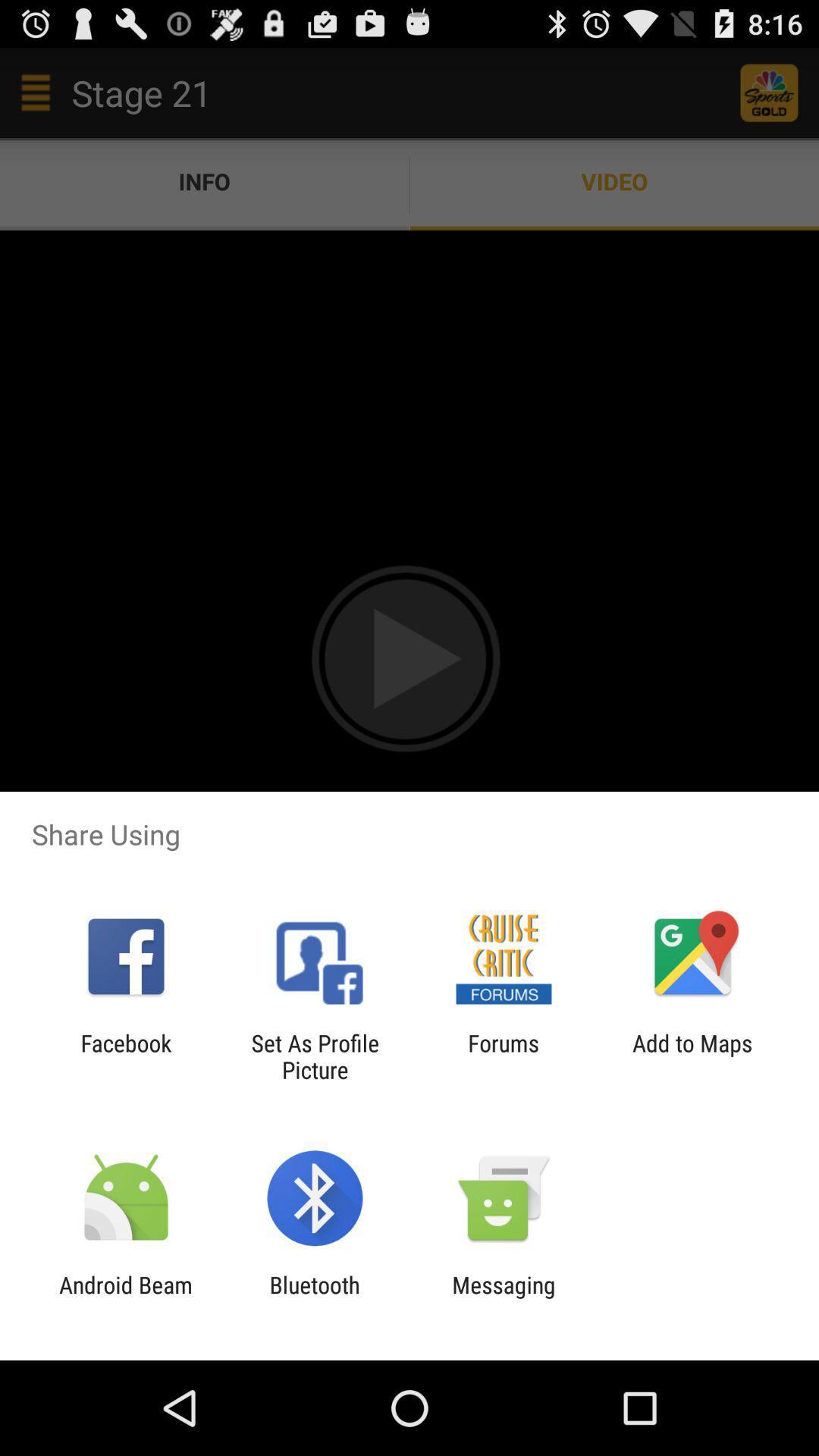  I want to click on item to the left of messaging icon, so click(314, 1298).